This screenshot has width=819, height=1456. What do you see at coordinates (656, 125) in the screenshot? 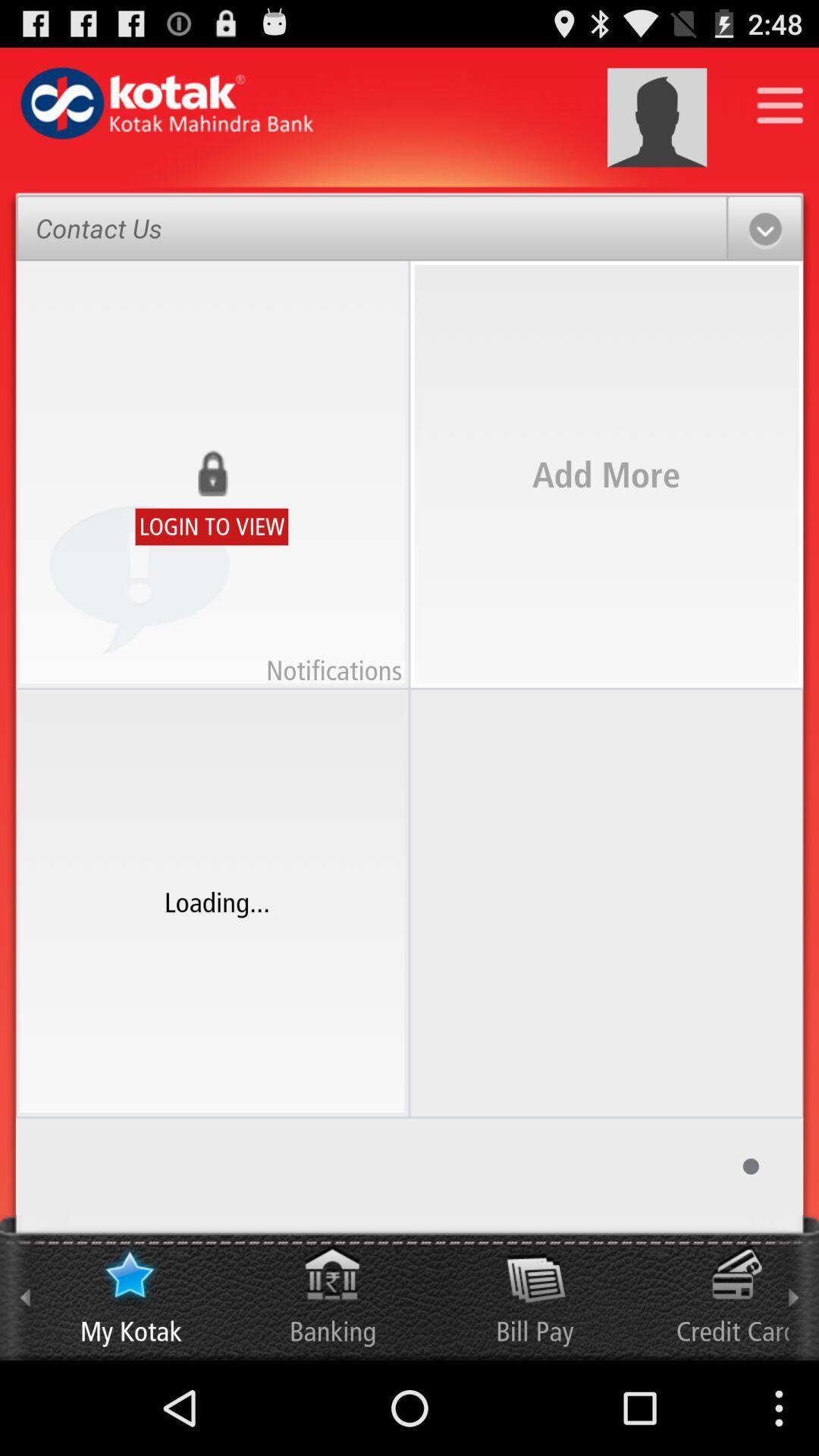
I see `the avatar icon` at bounding box center [656, 125].